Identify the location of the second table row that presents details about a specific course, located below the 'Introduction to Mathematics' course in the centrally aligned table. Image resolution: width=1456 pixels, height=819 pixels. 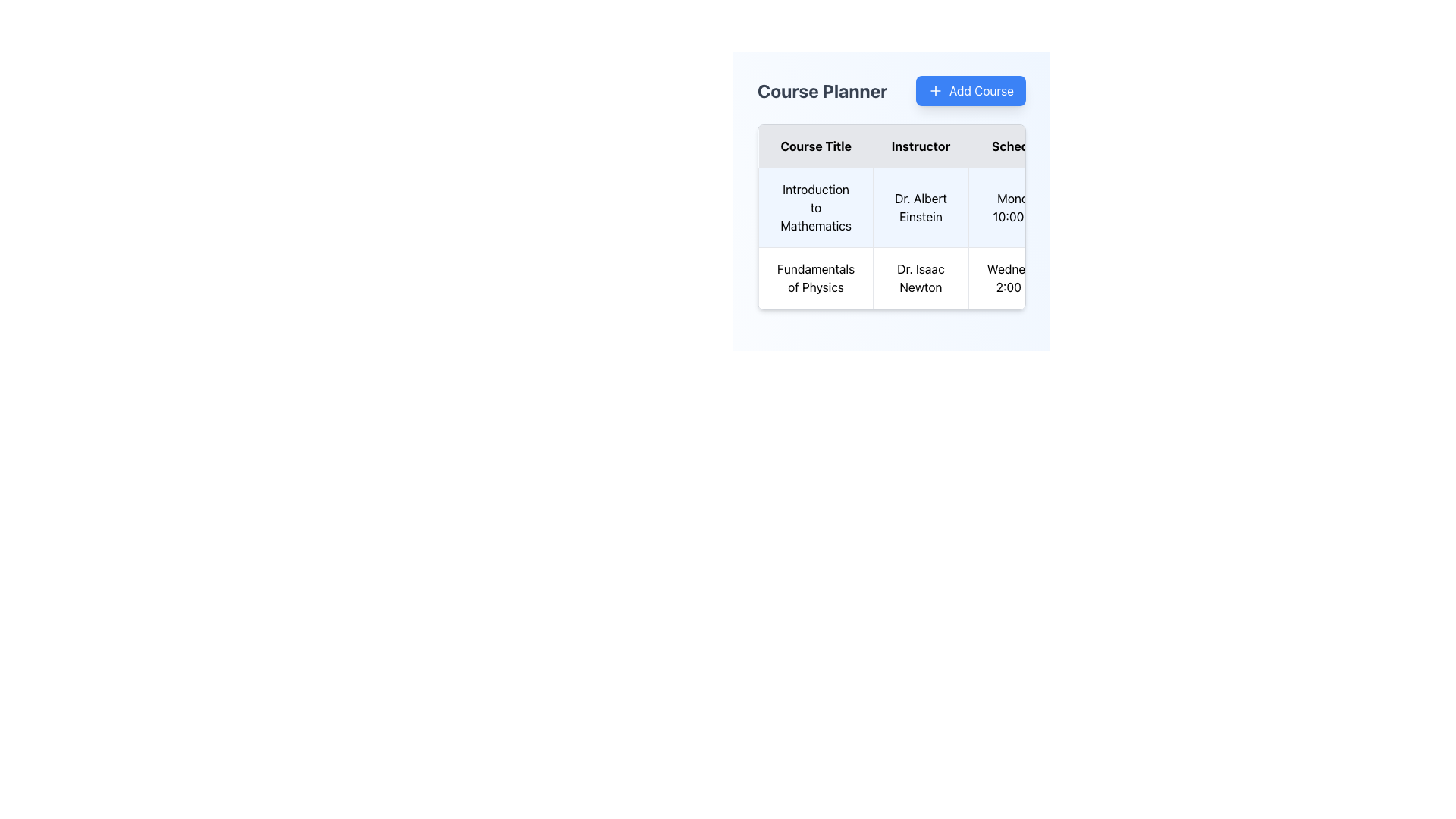
(954, 278).